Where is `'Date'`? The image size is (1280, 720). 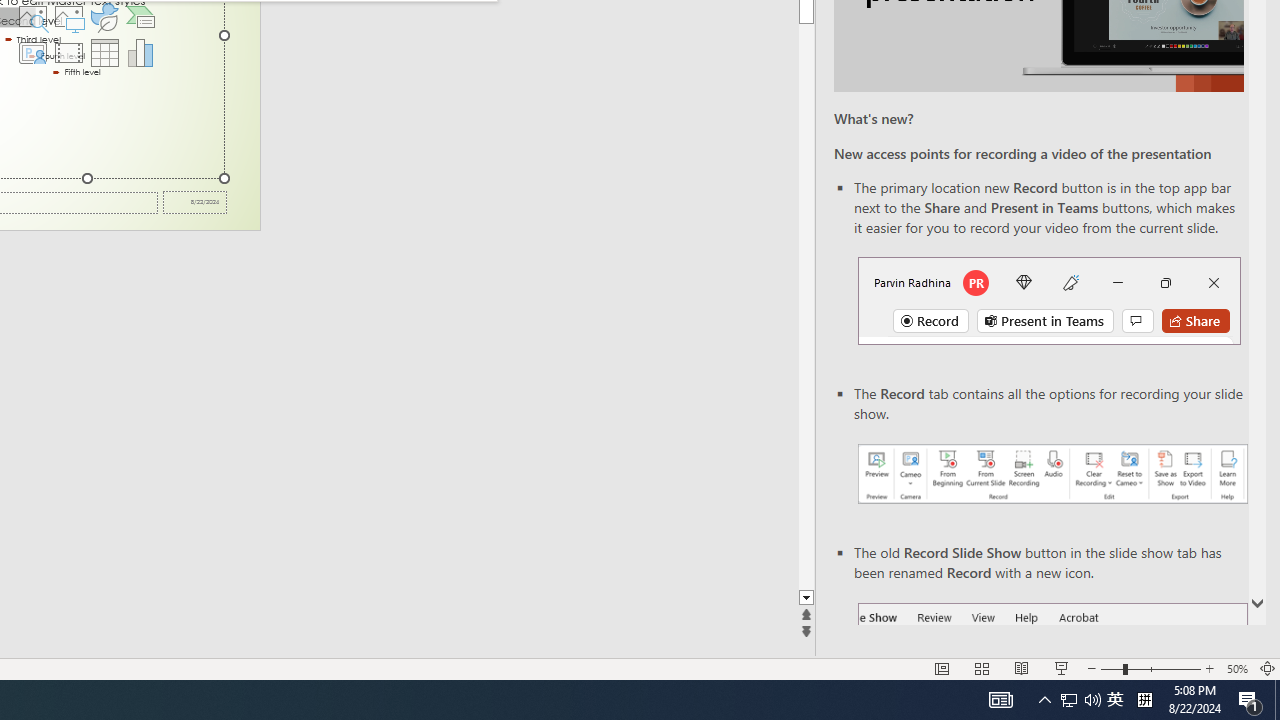
'Date' is located at coordinates (194, 202).